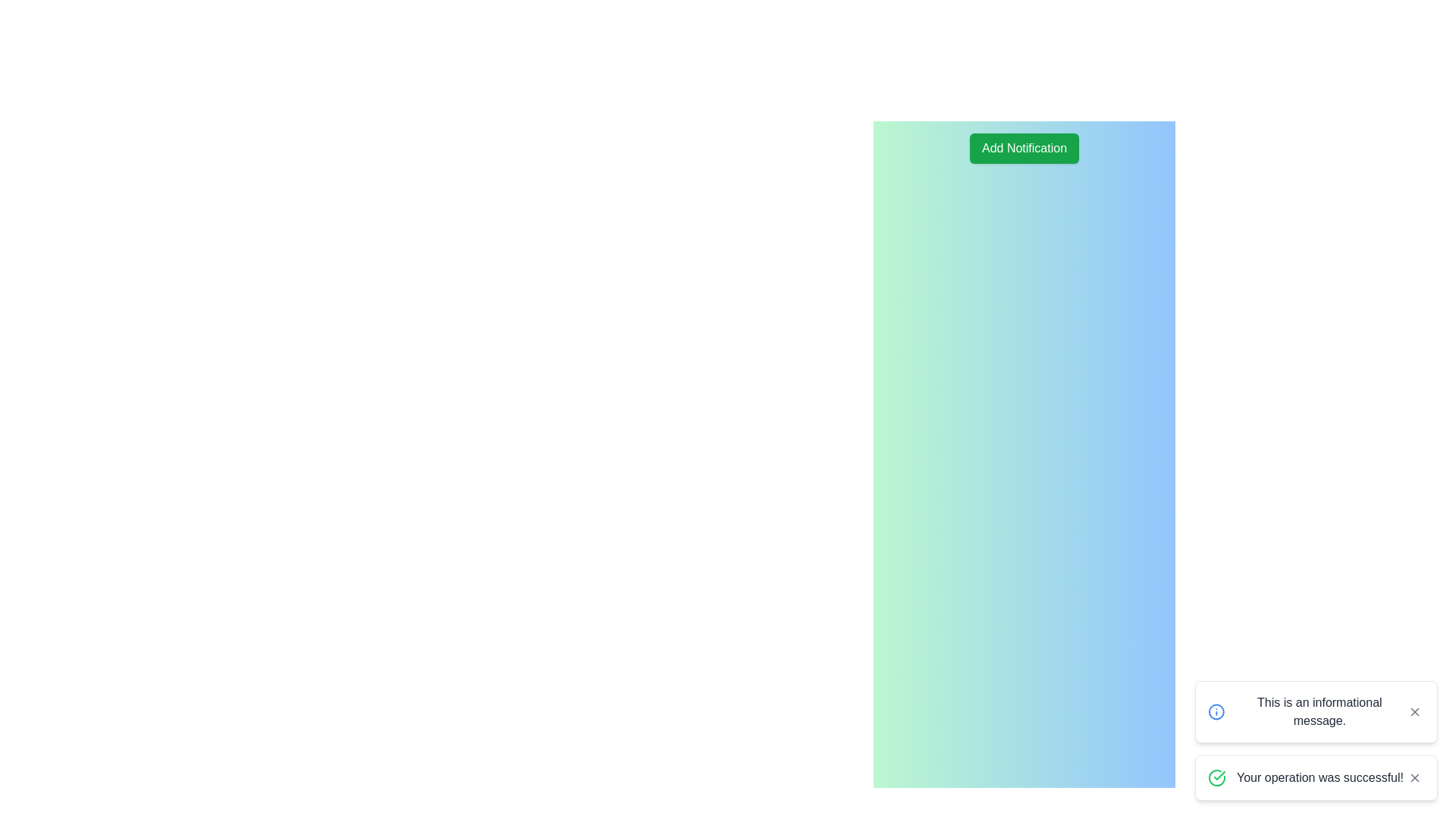 This screenshot has height=819, width=1456. Describe the element at coordinates (1216, 778) in the screenshot. I see `the green checkmark icon within a circle outline, which indicates a successful operation, located to the left of the success message 'Your operation was successful!'` at that location.